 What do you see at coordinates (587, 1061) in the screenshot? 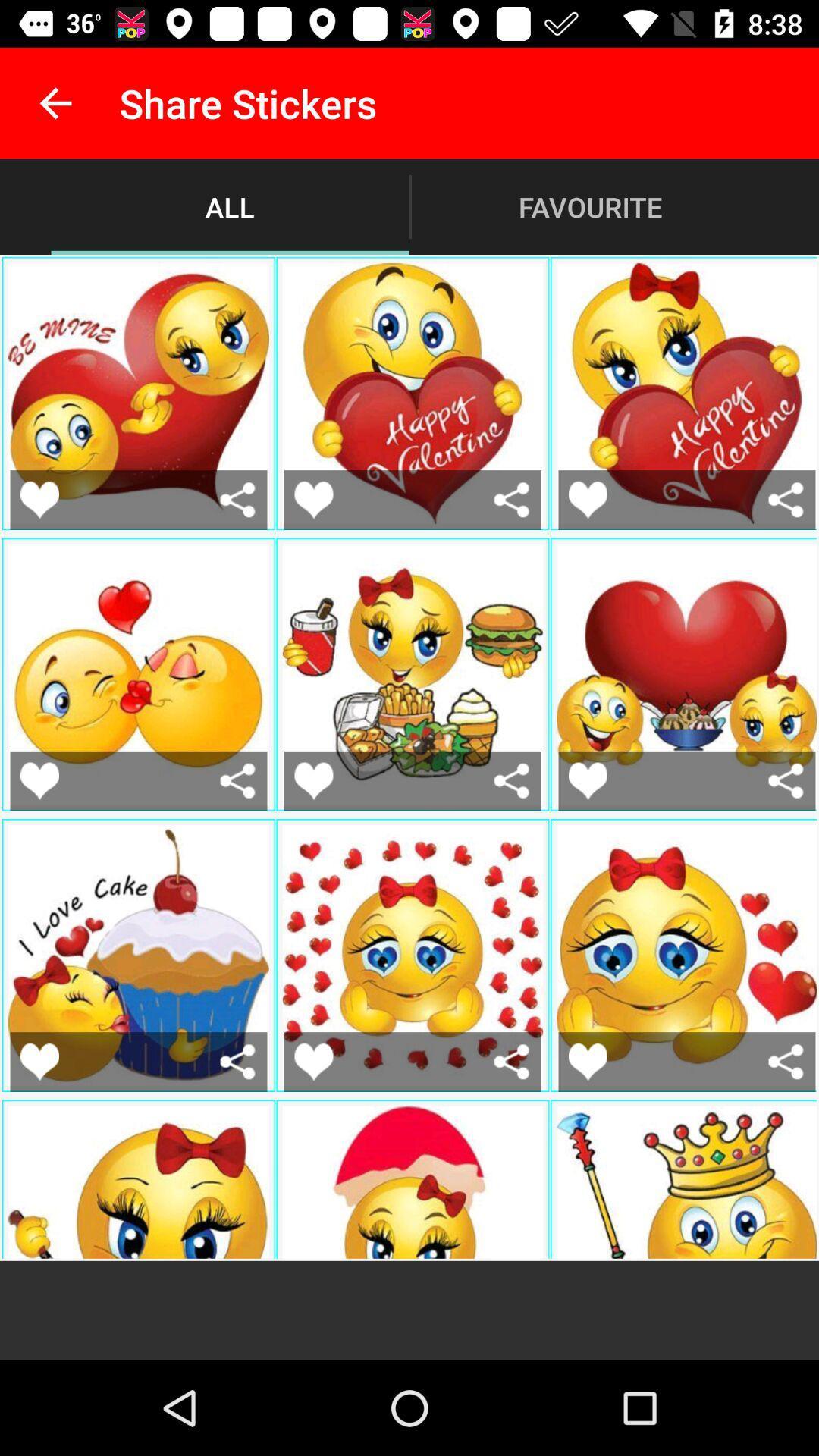
I see `this sticker` at bounding box center [587, 1061].